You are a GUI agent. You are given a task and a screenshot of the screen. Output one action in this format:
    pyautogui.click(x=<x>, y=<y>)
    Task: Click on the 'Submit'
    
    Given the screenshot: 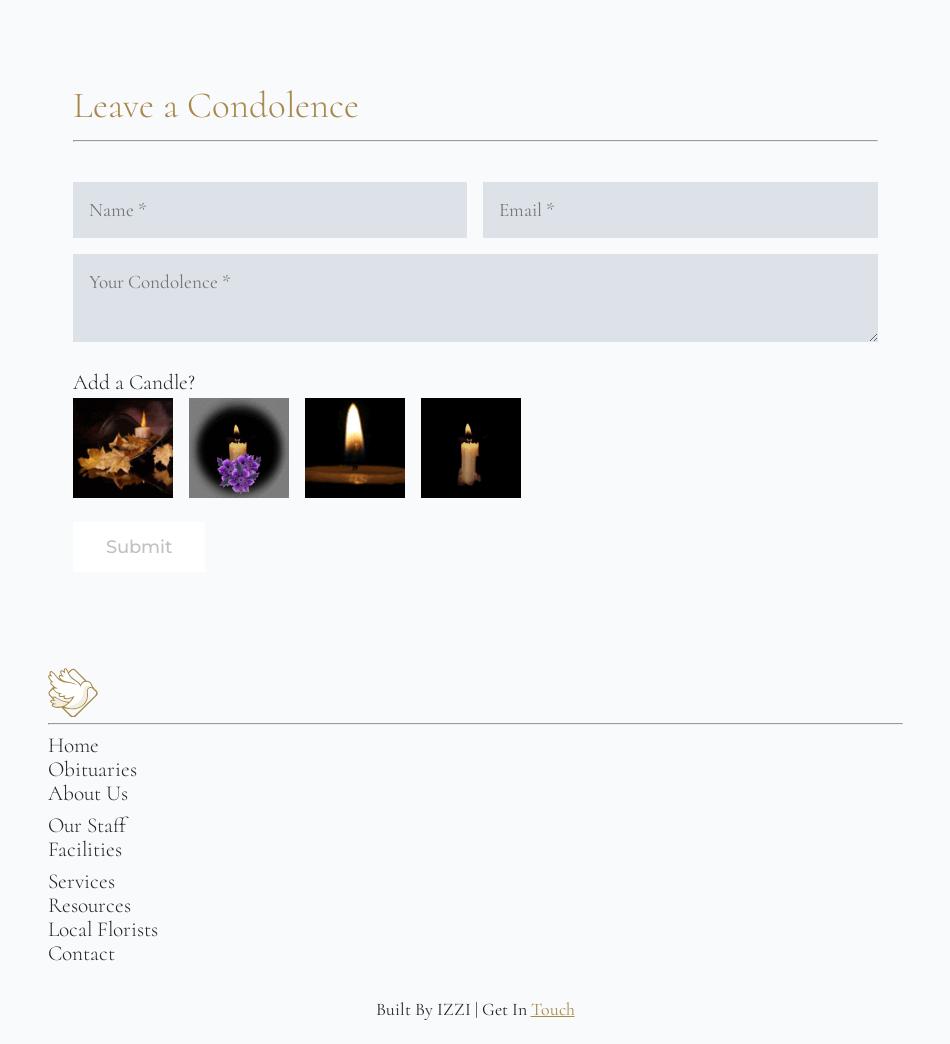 What is the action you would take?
    pyautogui.click(x=138, y=545)
    